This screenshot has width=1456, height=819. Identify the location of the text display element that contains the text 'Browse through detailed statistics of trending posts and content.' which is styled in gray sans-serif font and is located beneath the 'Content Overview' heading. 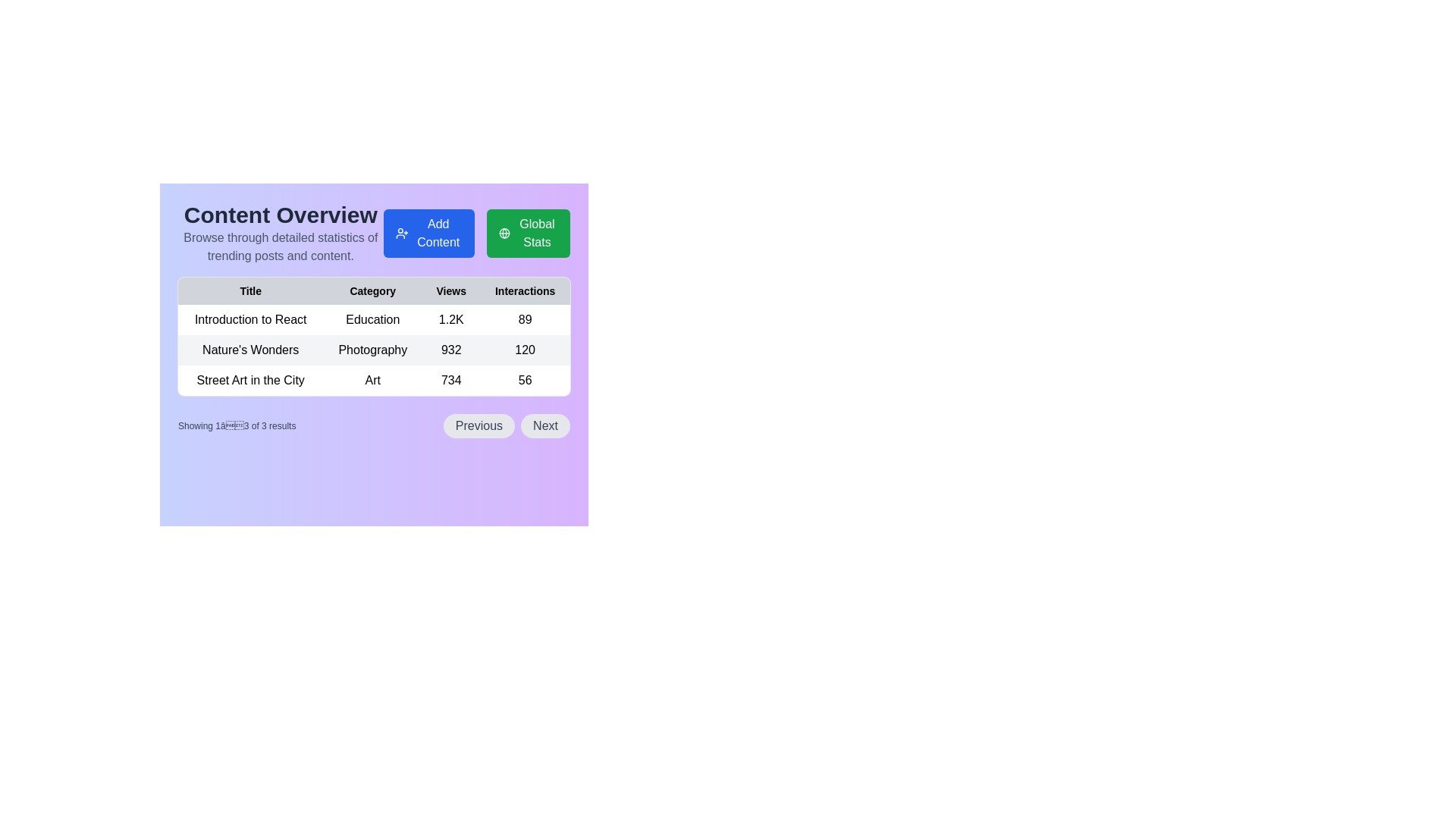
(281, 246).